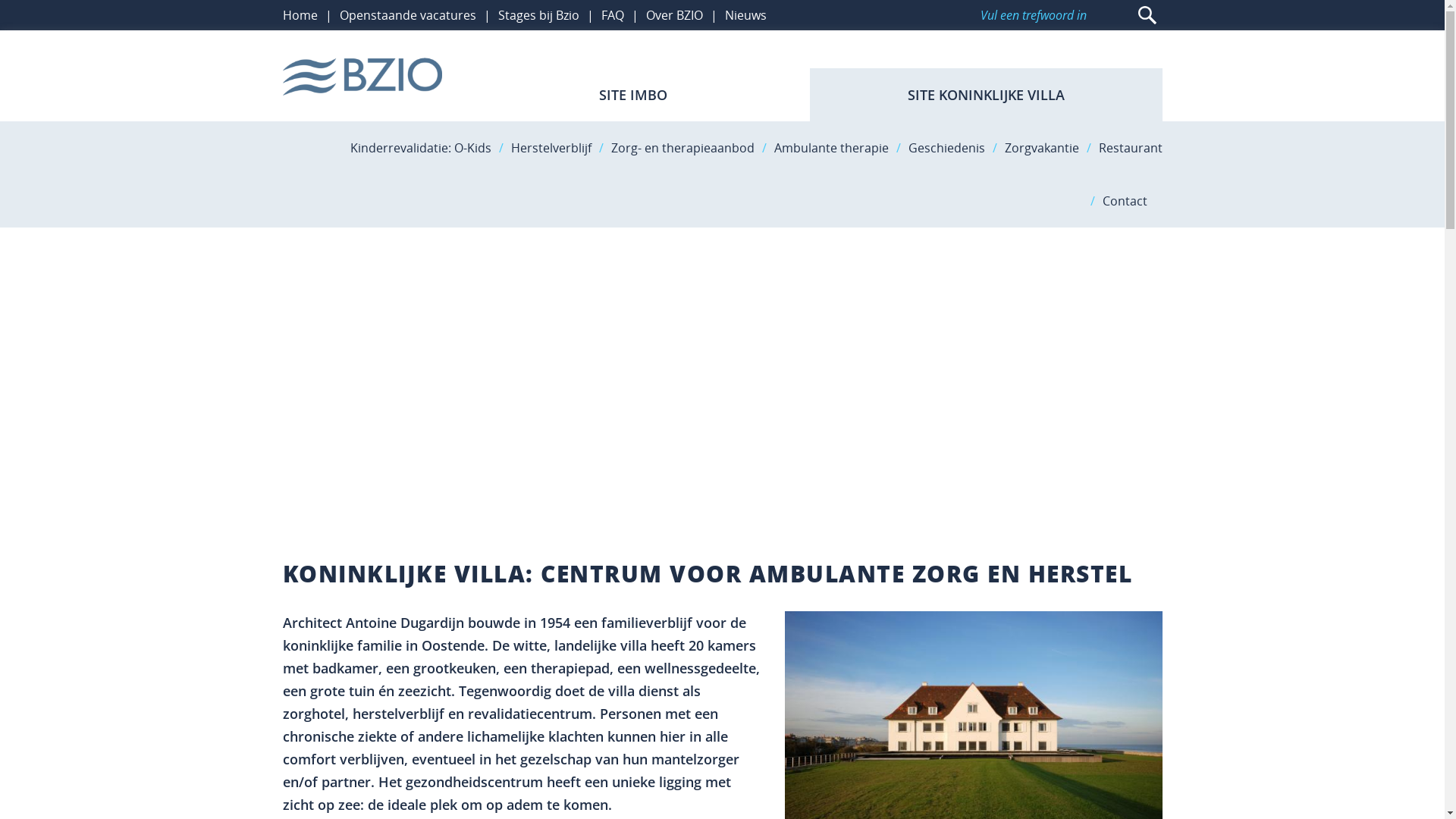 The height and width of the screenshot is (819, 1456). I want to click on 'FAQ', so click(611, 14).